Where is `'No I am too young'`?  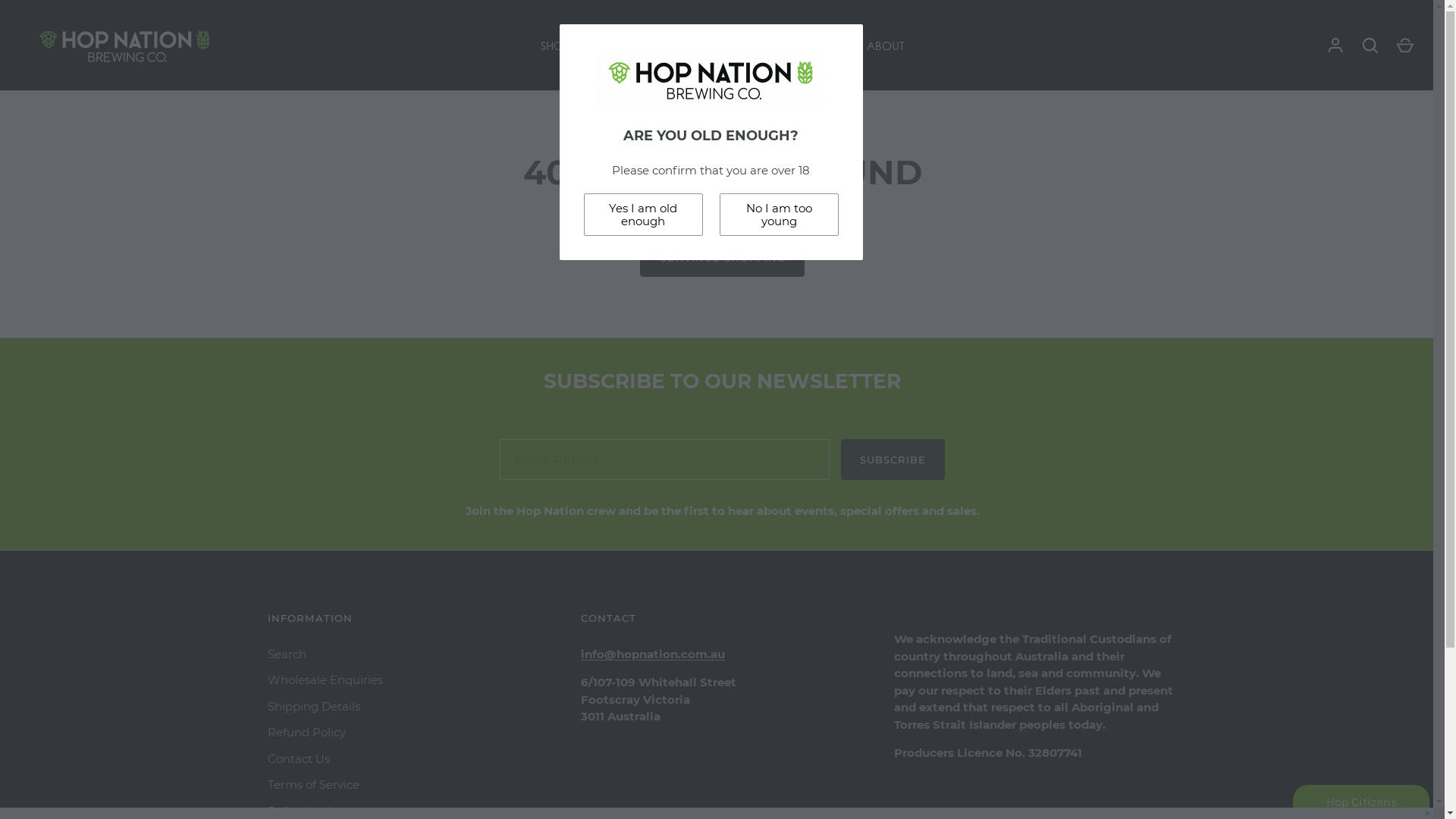 'No I am too young' is located at coordinates (778, 215).